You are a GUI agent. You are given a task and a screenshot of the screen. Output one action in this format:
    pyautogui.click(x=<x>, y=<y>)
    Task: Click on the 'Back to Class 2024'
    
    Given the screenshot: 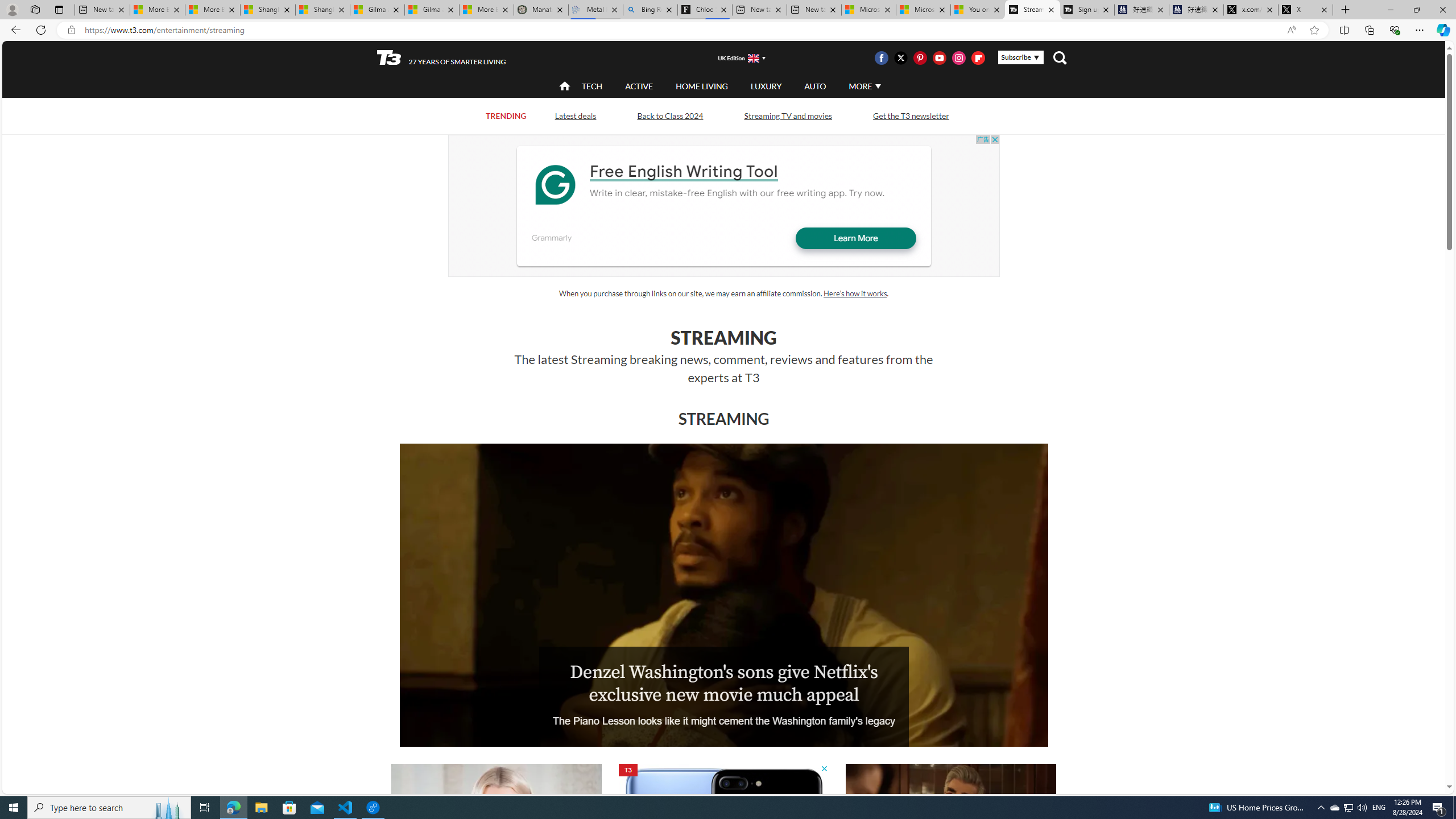 What is the action you would take?
    pyautogui.click(x=670, y=115)
    